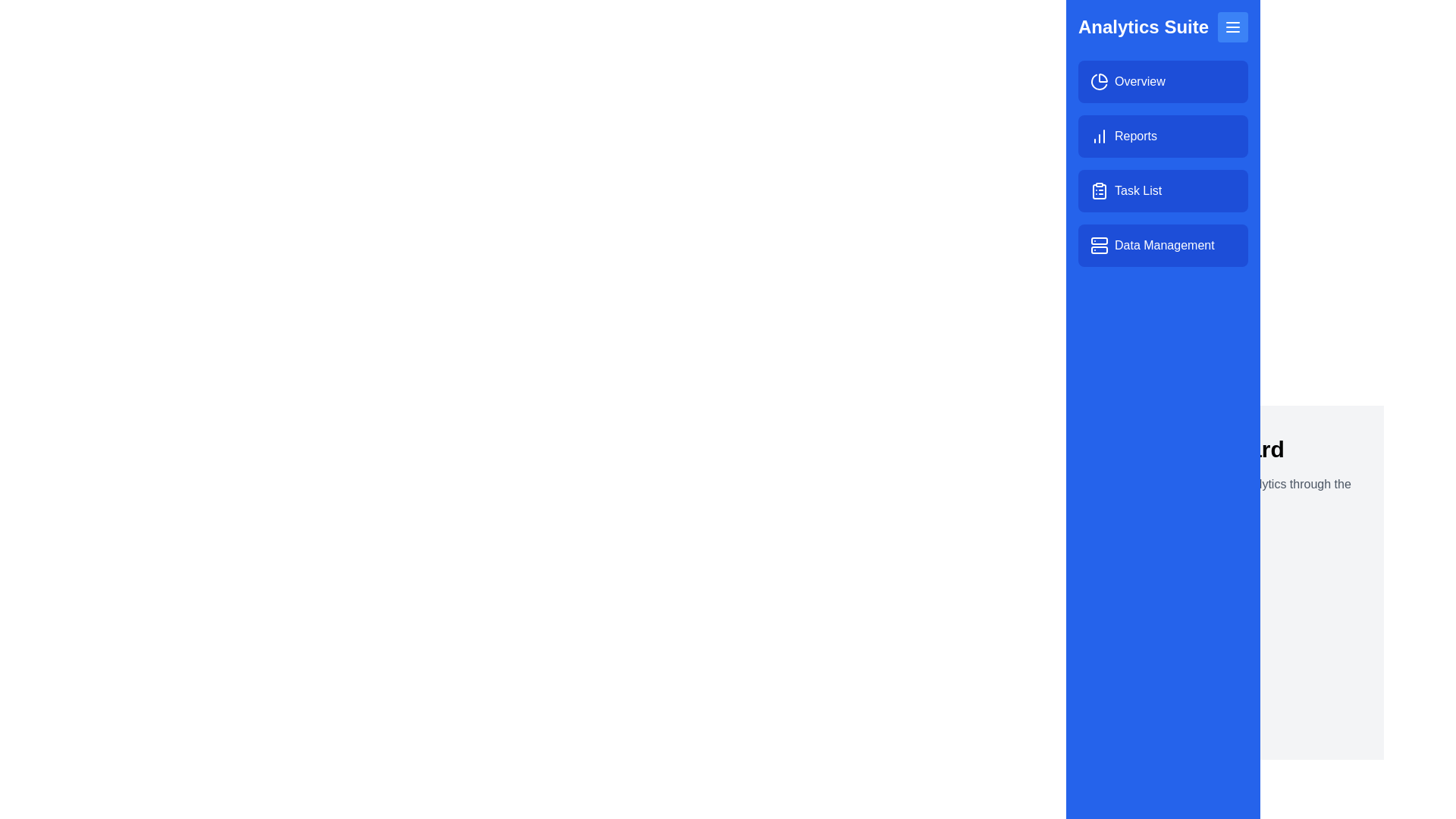 This screenshot has height=819, width=1456. Describe the element at coordinates (1163, 27) in the screenshot. I see `the text element Analytics Suite for interaction` at that location.